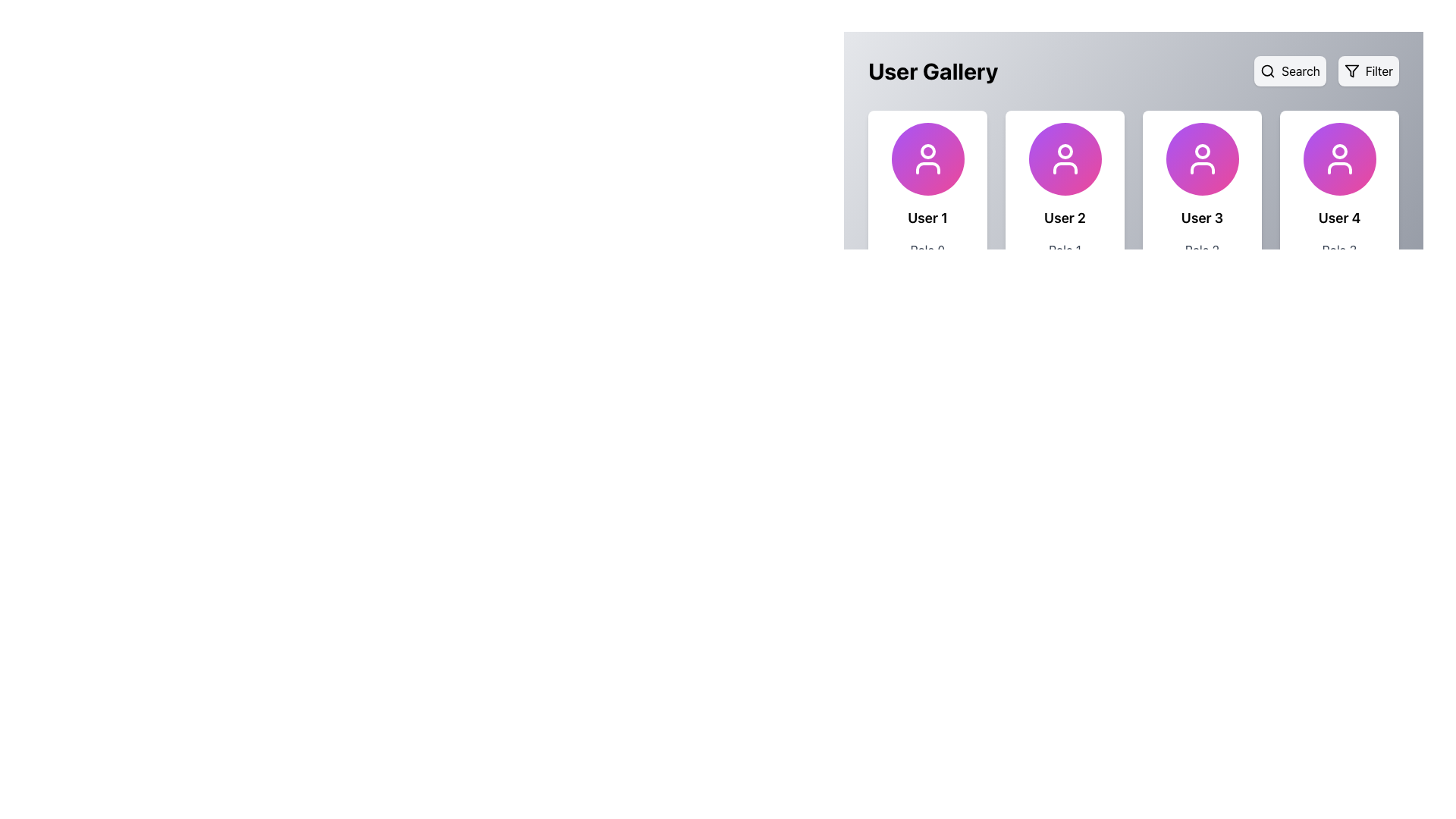 Image resolution: width=1456 pixels, height=819 pixels. What do you see at coordinates (1064, 218) in the screenshot?
I see `text content of the label displaying 'User 2', which is centrally aligned below the avatar icon in the user profile card` at bounding box center [1064, 218].